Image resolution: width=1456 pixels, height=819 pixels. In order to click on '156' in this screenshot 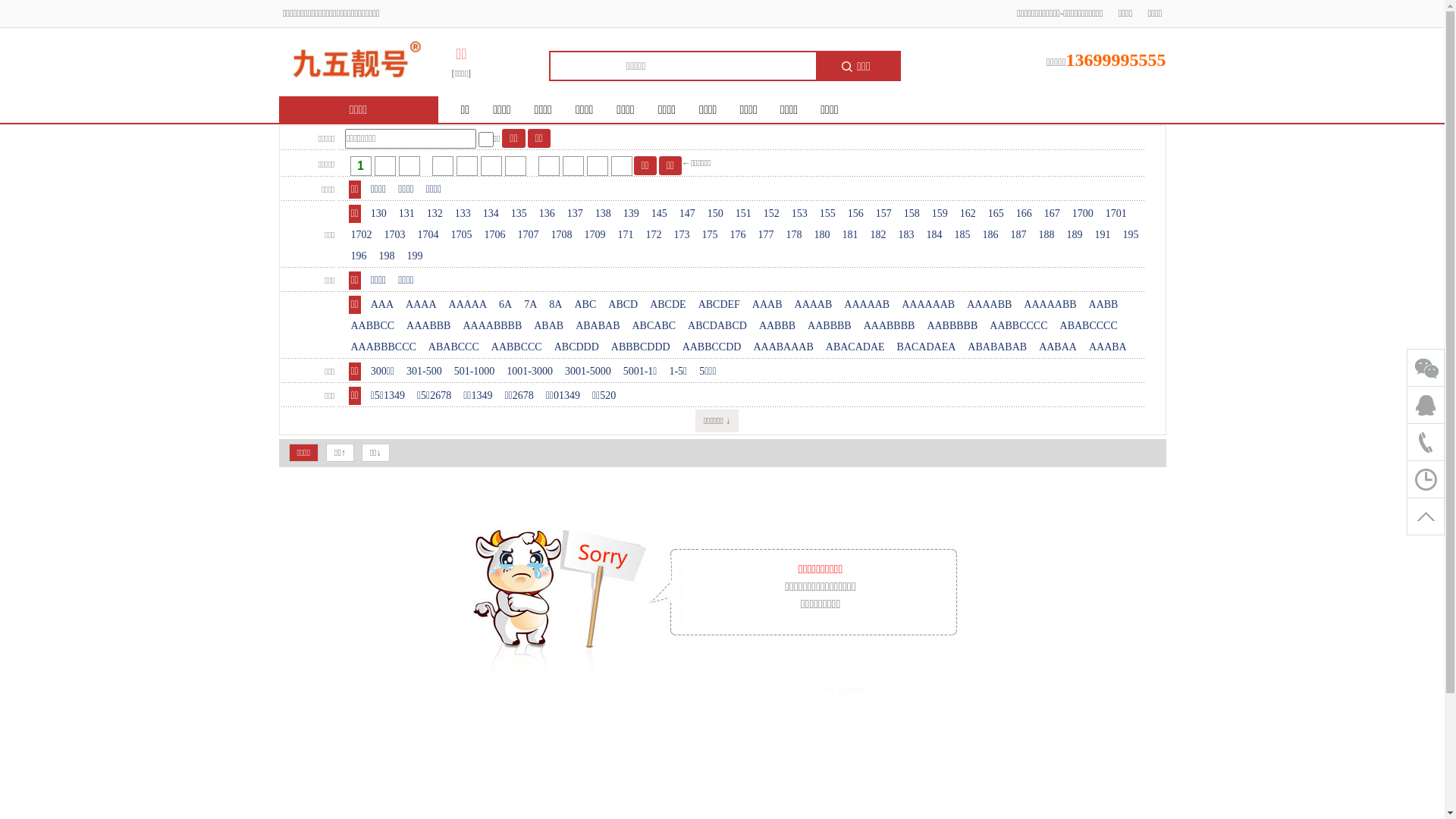, I will do `click(855, 213)`.